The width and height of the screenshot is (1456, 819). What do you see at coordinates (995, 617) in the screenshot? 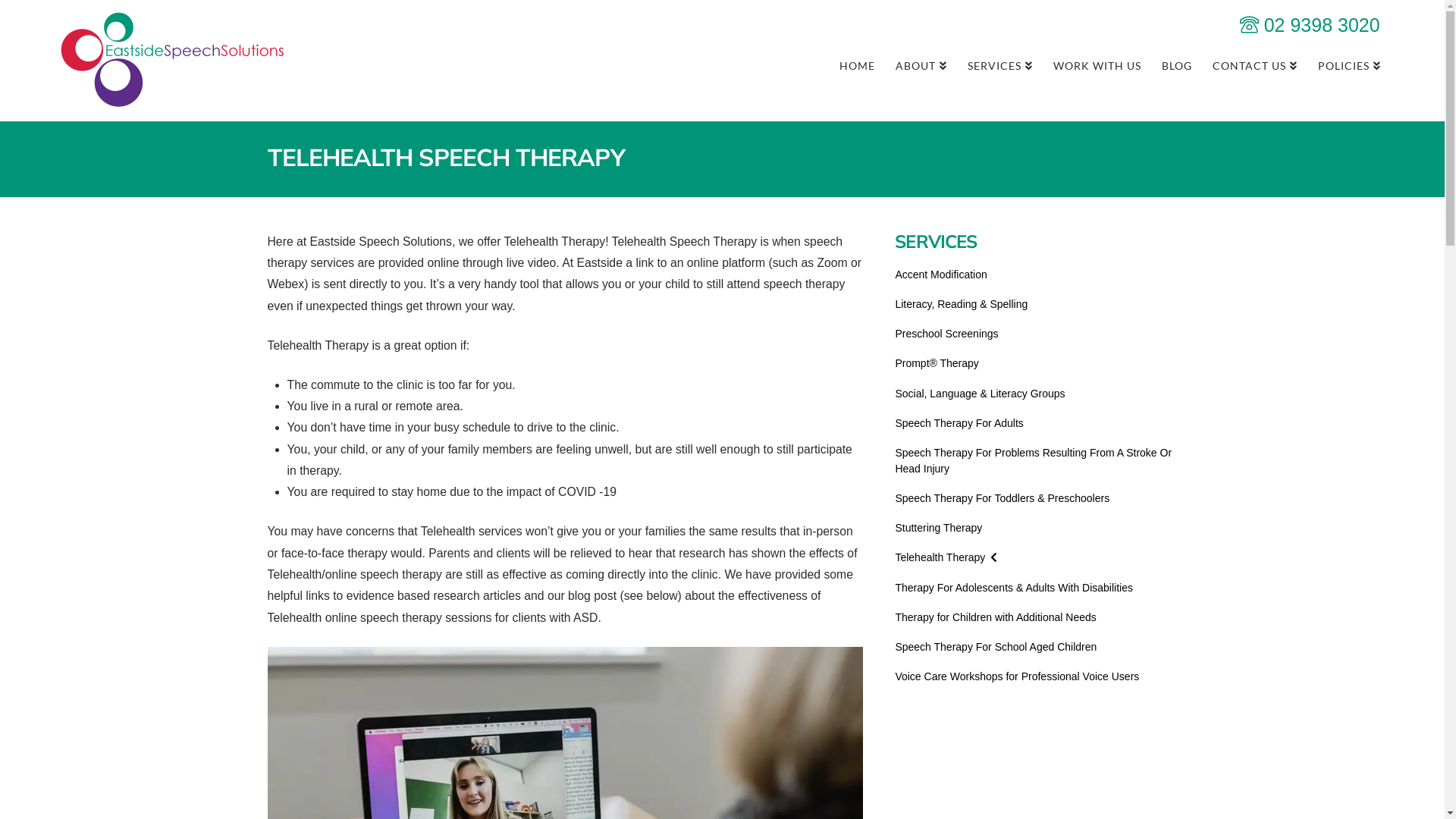
I see `'Therapy for Children with Additional Needs'` at bounding box center [995, 617].